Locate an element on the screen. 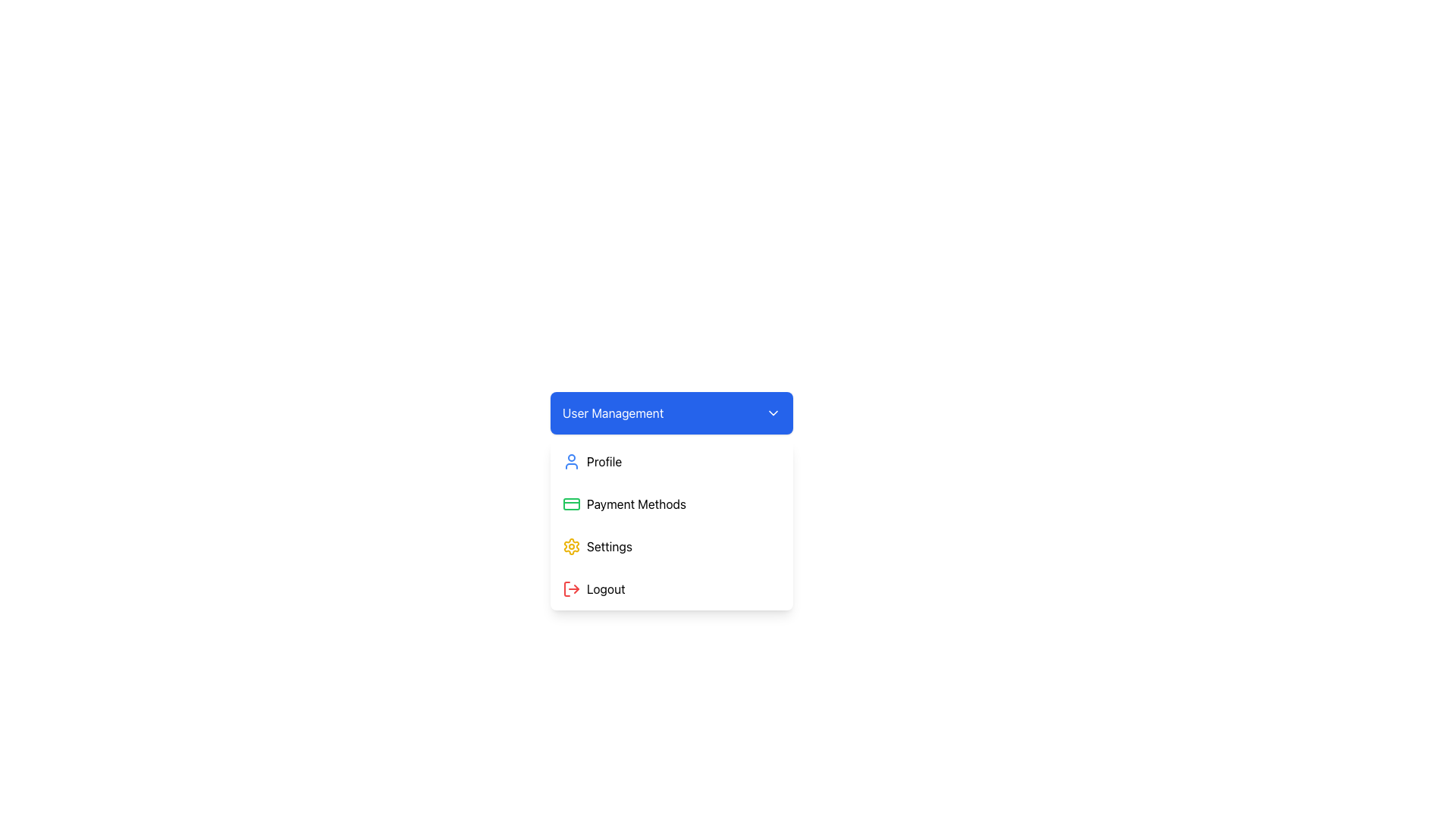 The image size is (1456, 819). 'Profile' label, which is displayed in bold black font within the 'User Management' dropdown menu, located immediately to the right of the blue user icon is located at coordinates (604, 461).